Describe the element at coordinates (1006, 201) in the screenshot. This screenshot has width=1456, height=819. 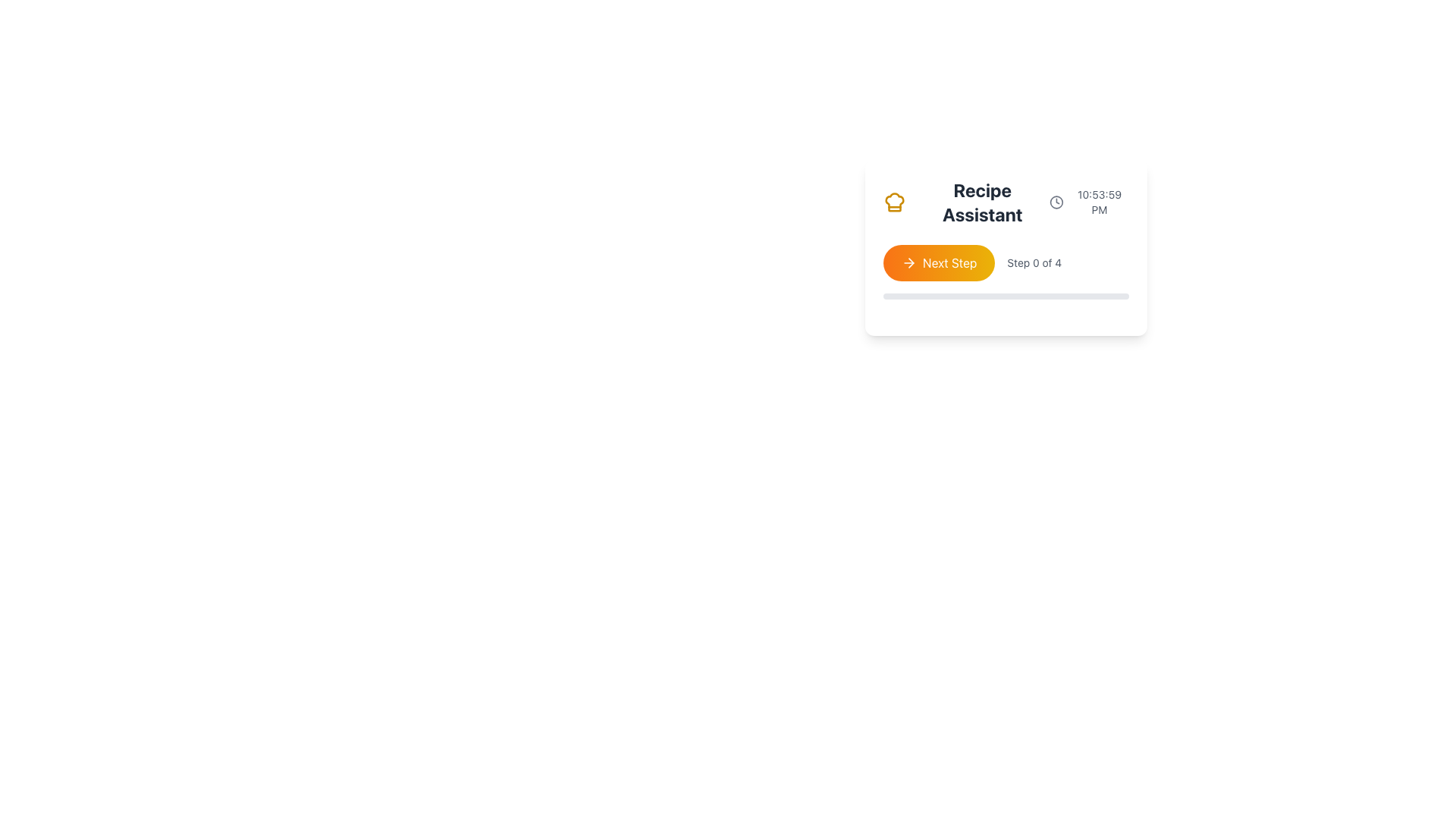
I see `the 'Recipe Assistant' header text` at that location.